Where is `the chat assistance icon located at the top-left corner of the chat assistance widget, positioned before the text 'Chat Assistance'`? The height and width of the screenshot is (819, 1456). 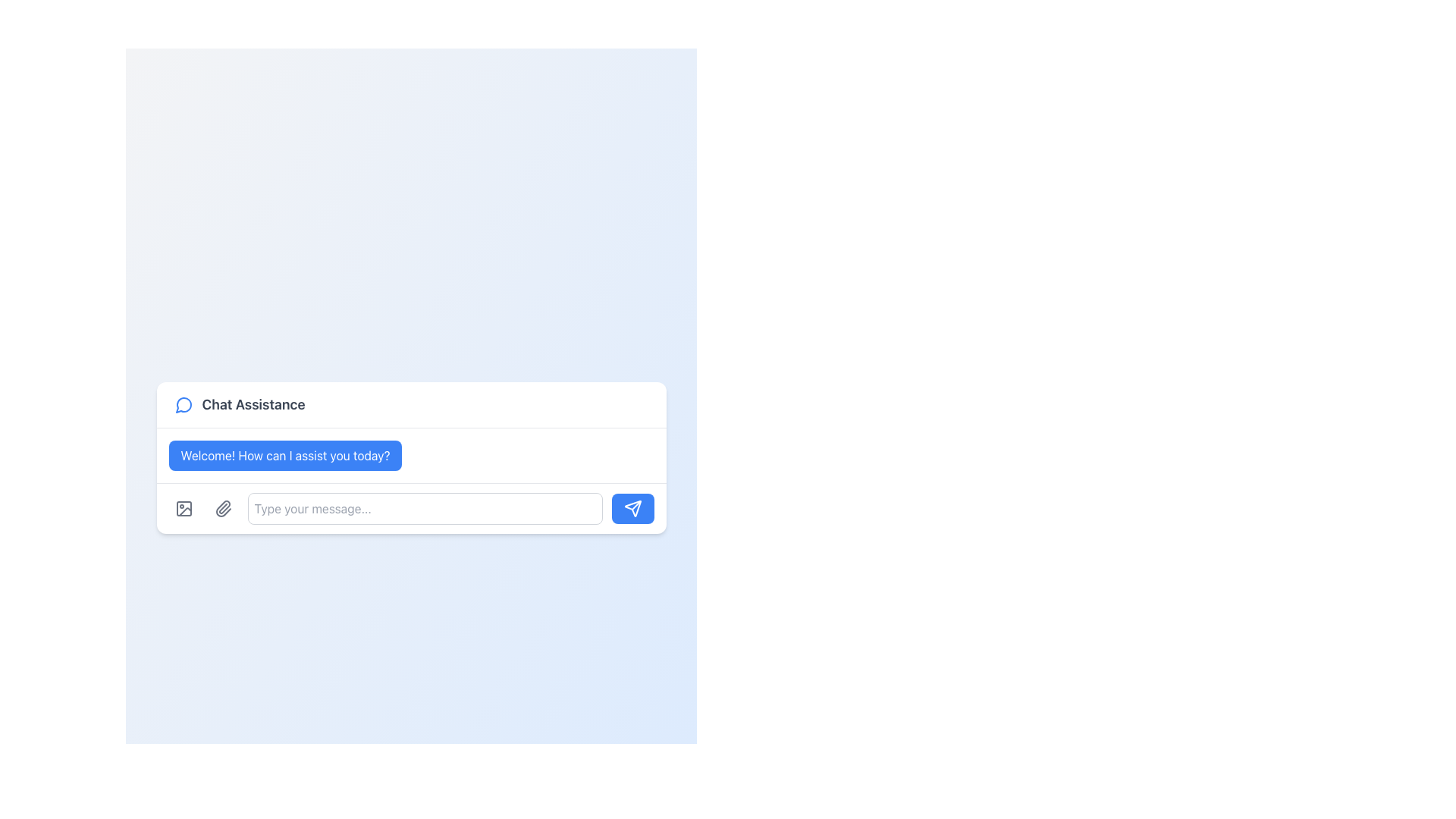
the chat assistance icon located at the top-left corner of the chat assistance widget, positioned before the text 'Chat Assistance' is located at coordinates (182, 404).